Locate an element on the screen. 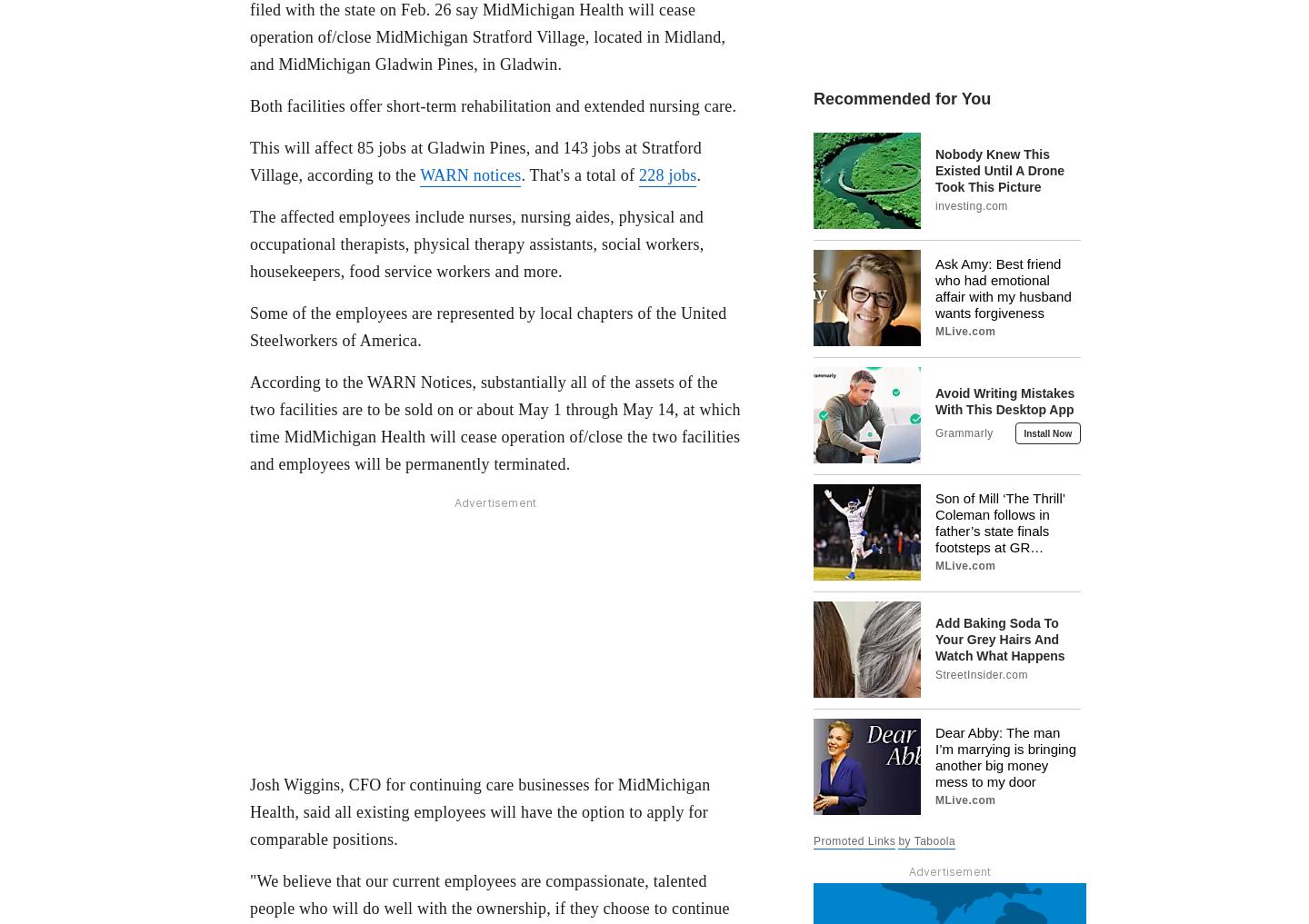 This screenshot has height=924, width=1309. 'WARN notices' is located at coordinates (469, 174).